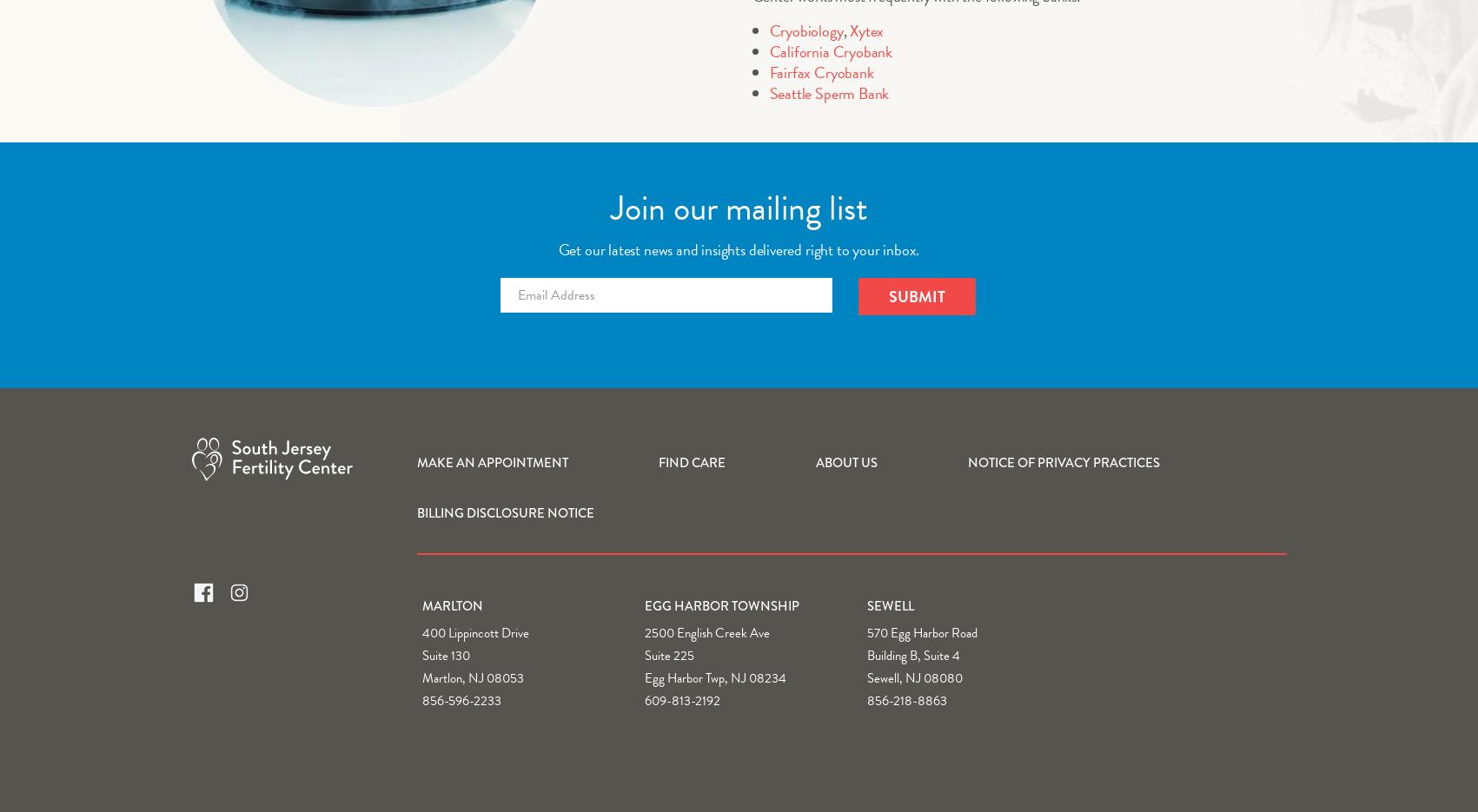 The width and height of the screenshot is (1478, 812). What do you see at coordinates (1063, 461) in the screenshot?
I see `'Notice of Privacy Practices'` at bounding box center [1063, 461].